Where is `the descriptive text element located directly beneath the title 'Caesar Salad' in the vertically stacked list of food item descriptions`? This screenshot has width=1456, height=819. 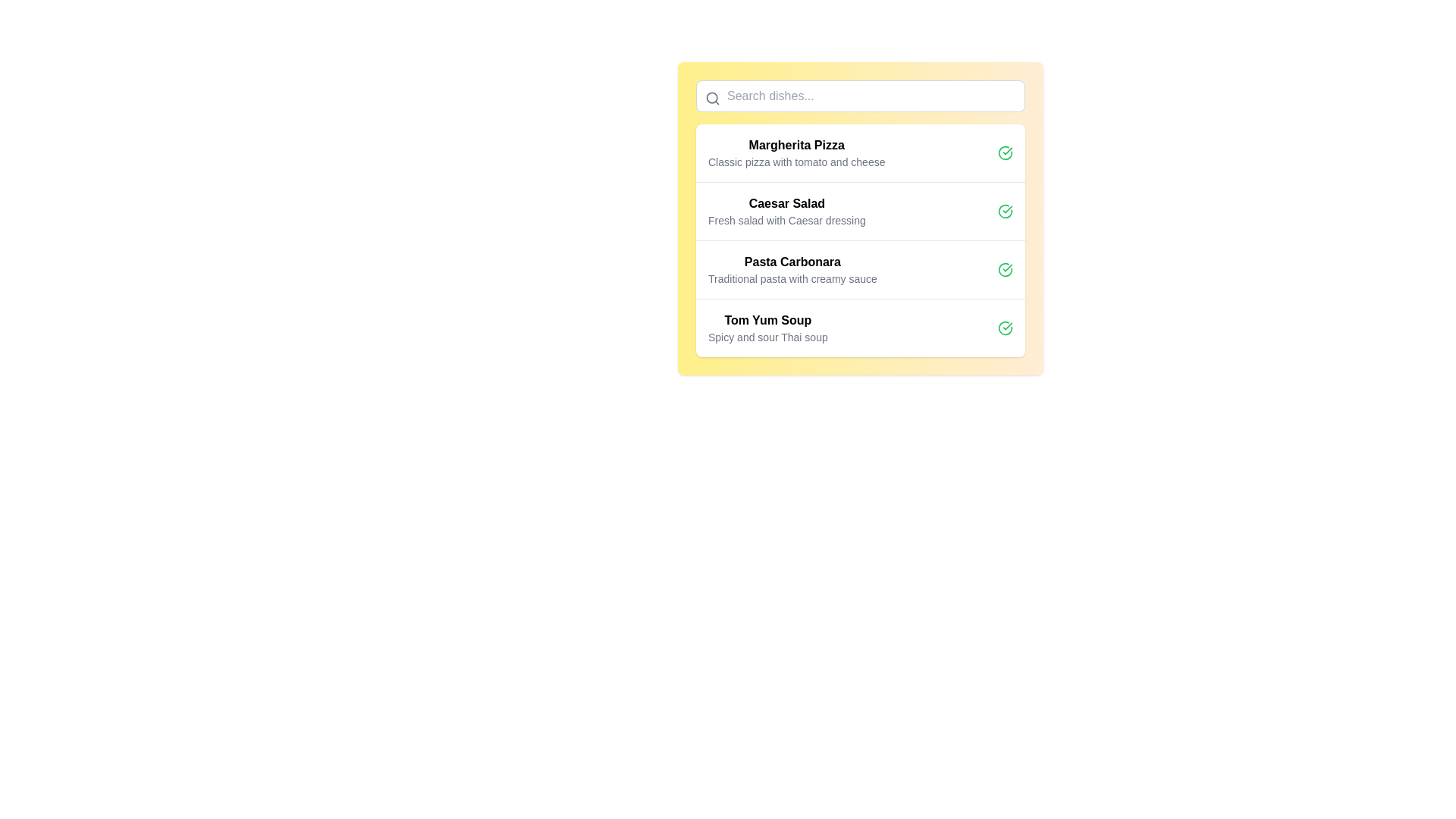 the descriptive text element located directly beneath the title 'Caesar Salad' in the vertically stacked list of food item descriptions is located at coordinates (786, 220).